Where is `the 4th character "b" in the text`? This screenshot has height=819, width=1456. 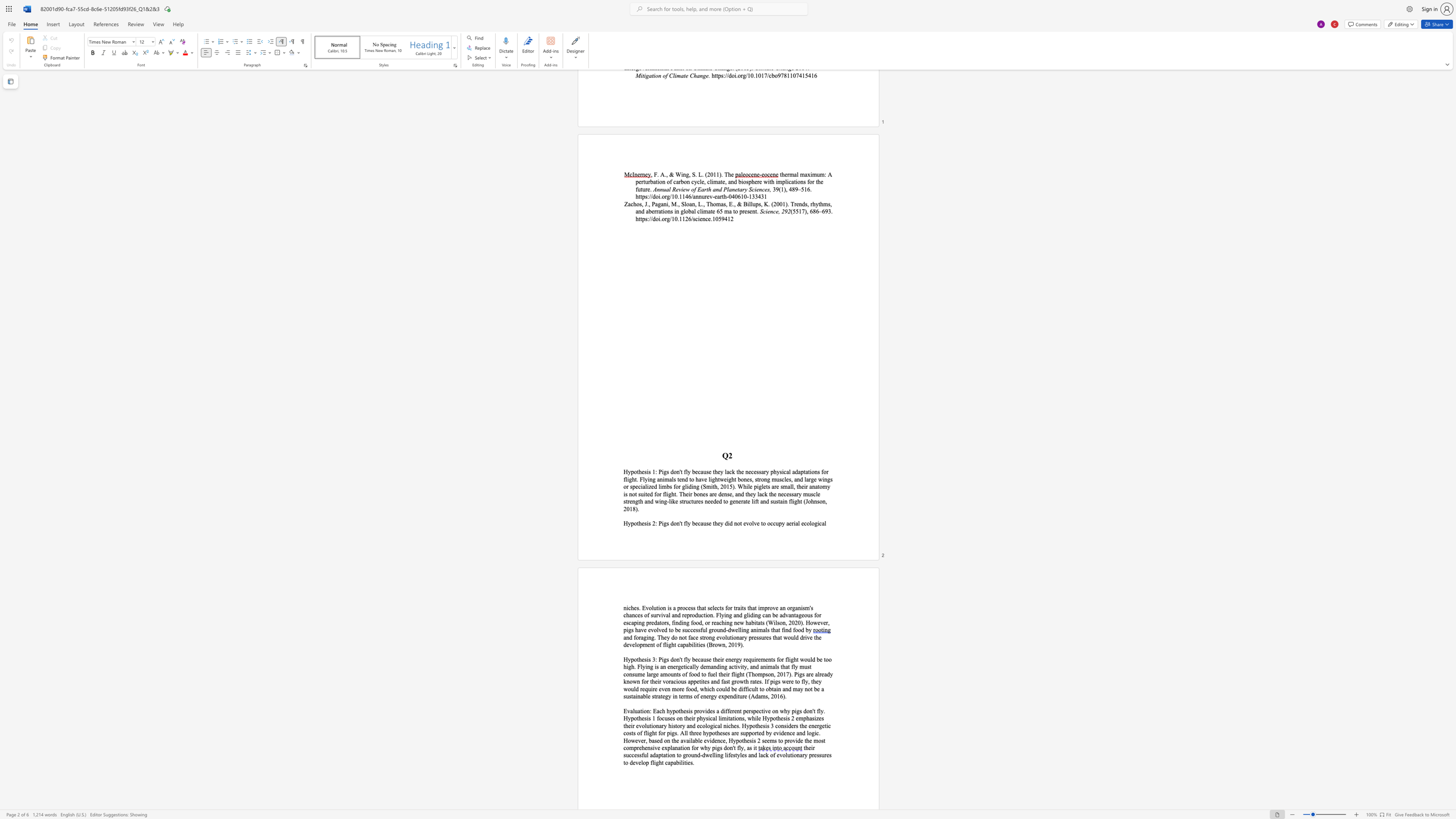 the 4th character "b" in the text is located at coordinates (643, 696).